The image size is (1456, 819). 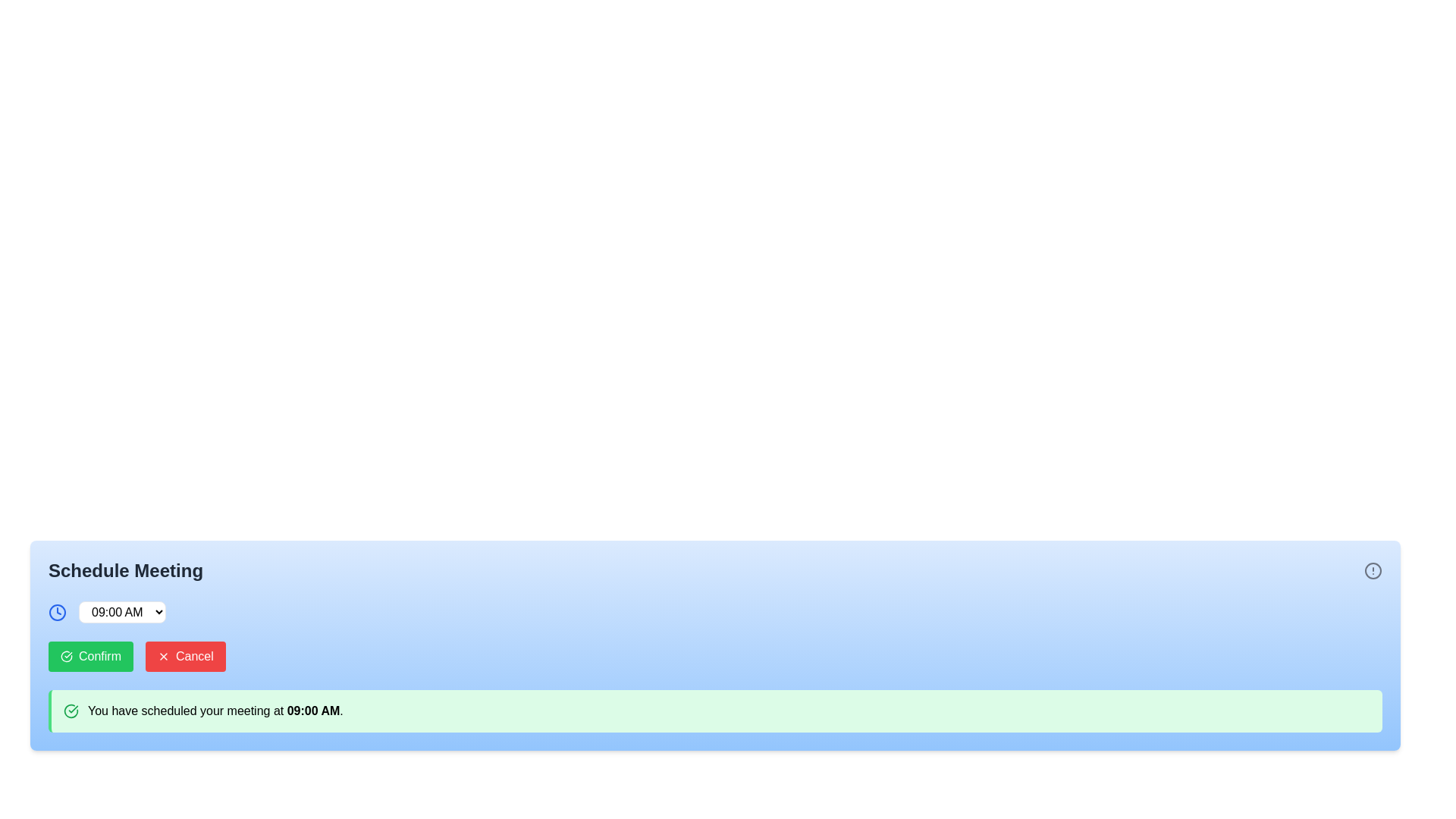 I want to click on the circular icon with a gray border, centered vertical line, and dot in the top-right corner next to the 'Schedule Meeting' title, so click(x=1373, y=570).